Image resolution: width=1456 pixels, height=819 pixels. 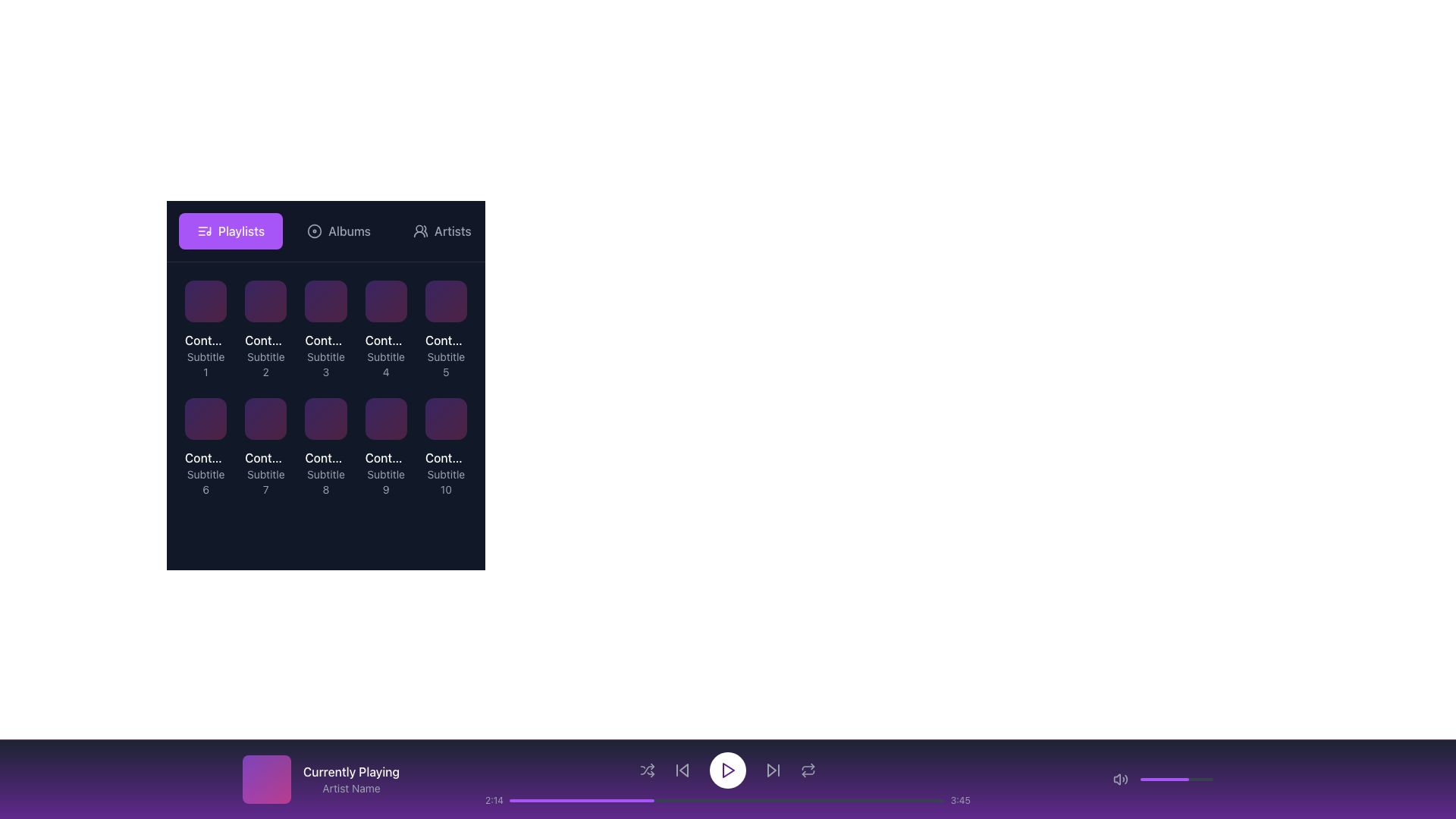 What do you see at coordinates (728, 800) in the screenshot?
I see `the progress bar located at the bottom of the media player interface to seek to a specific playback position` at bounding box center [728, 800].